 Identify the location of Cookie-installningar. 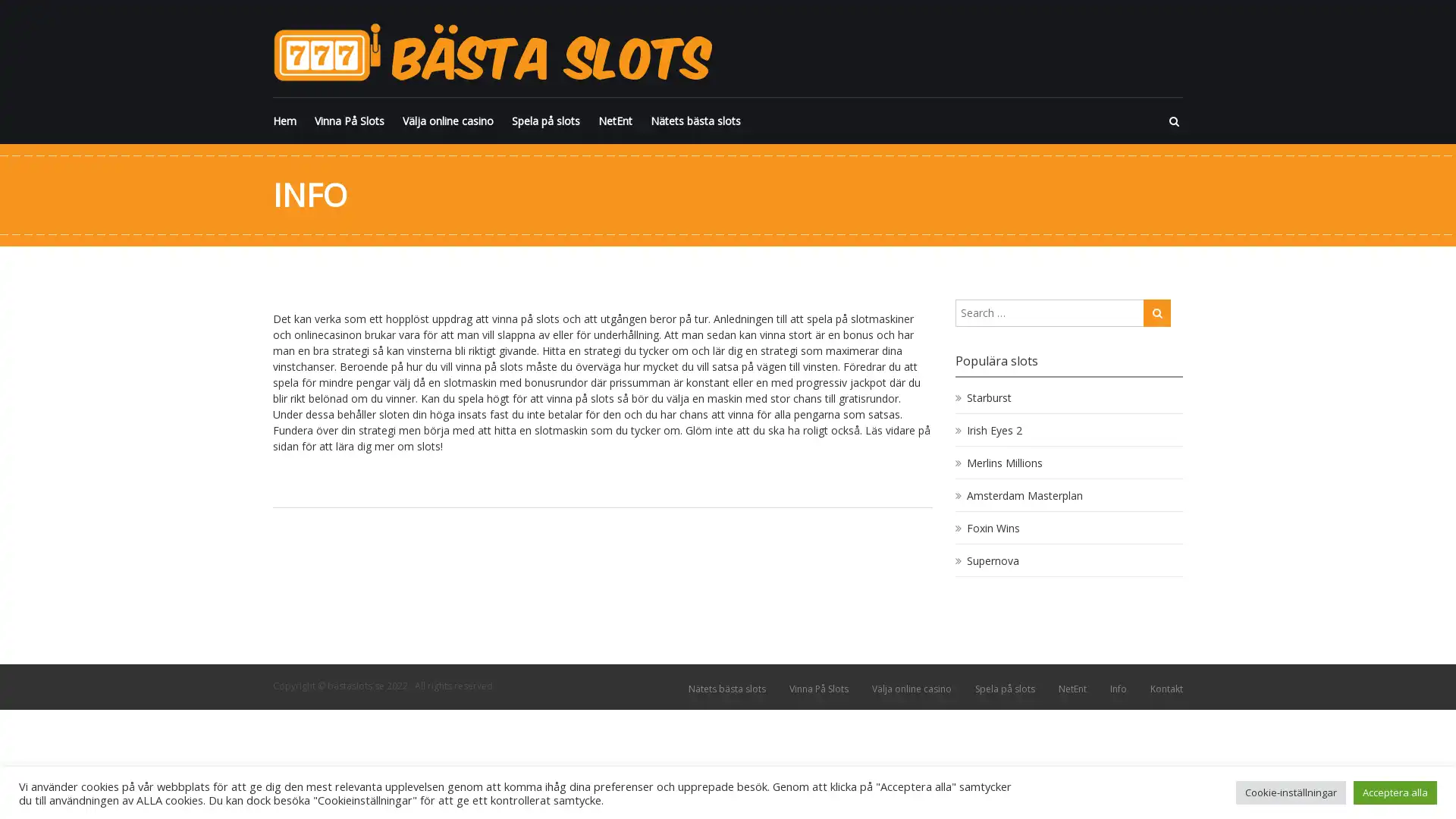
(1290, 792).